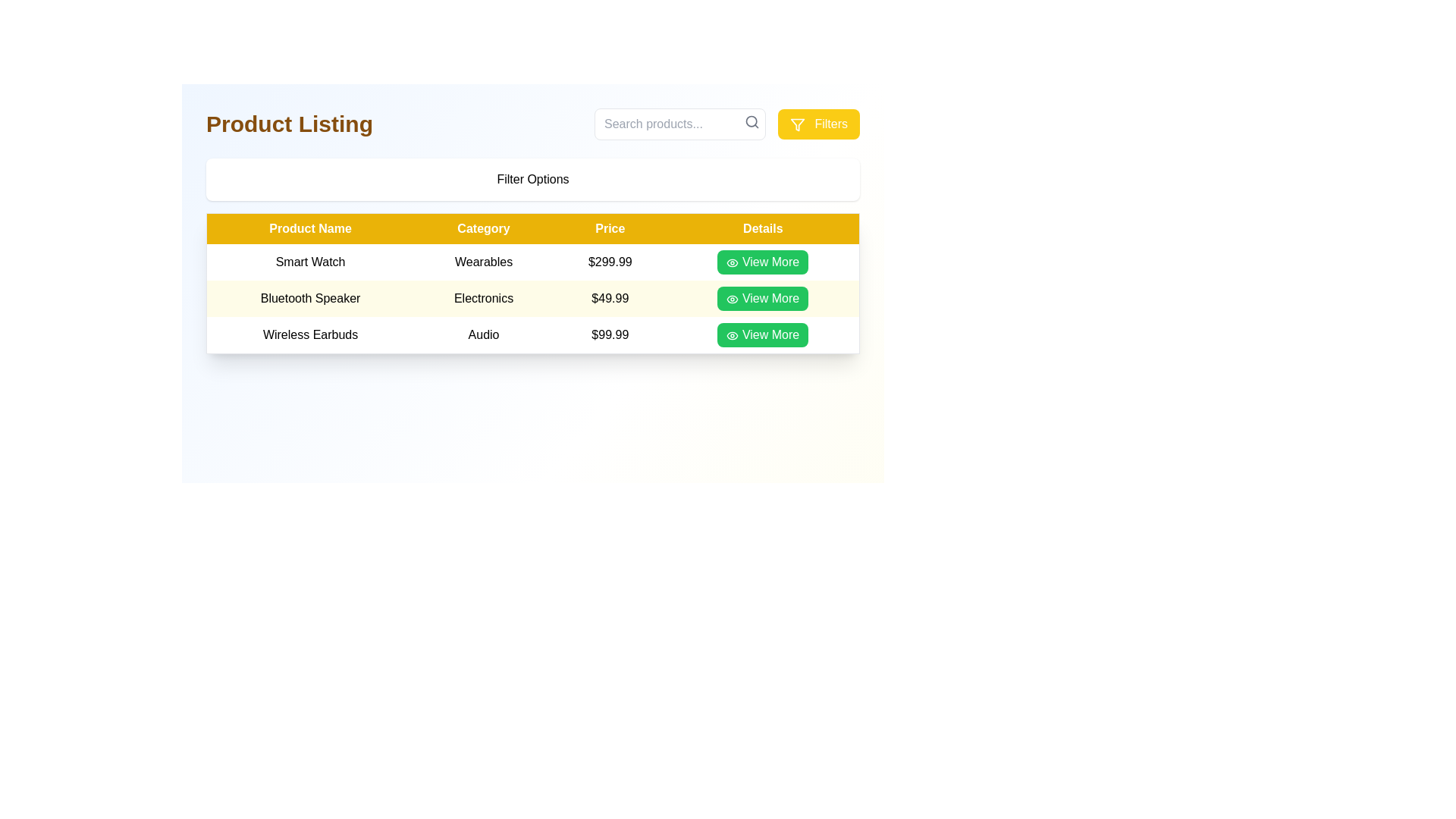 This screenshot has height=819, width=1456. Describe the element at coordinates (733, 334) in the screenshot. I see `the eye icon component representing visibility in the 'Details' column of the first product row ('Smart Watch') in the table` at that location.